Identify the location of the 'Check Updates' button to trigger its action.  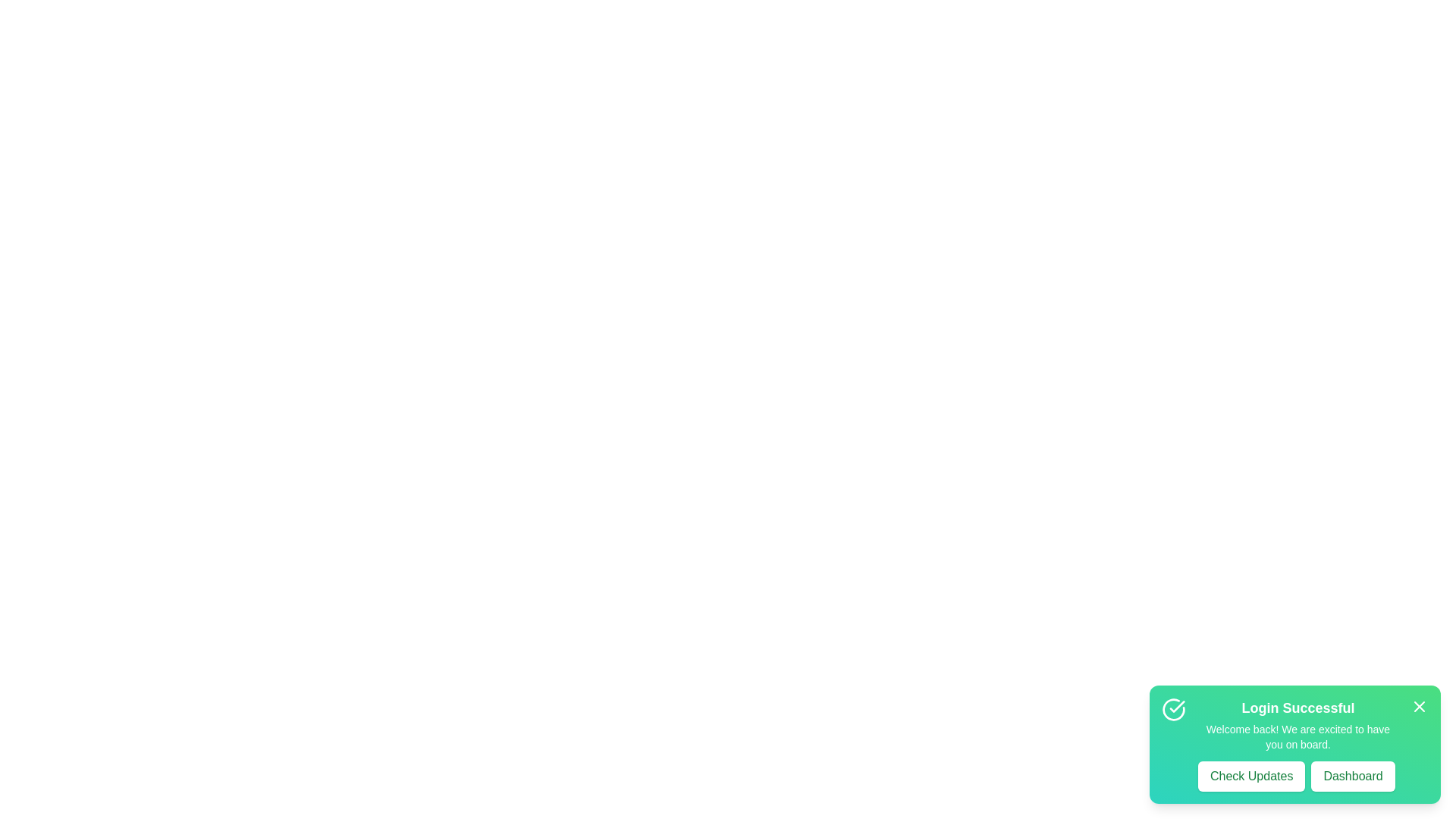
(1251, 776).